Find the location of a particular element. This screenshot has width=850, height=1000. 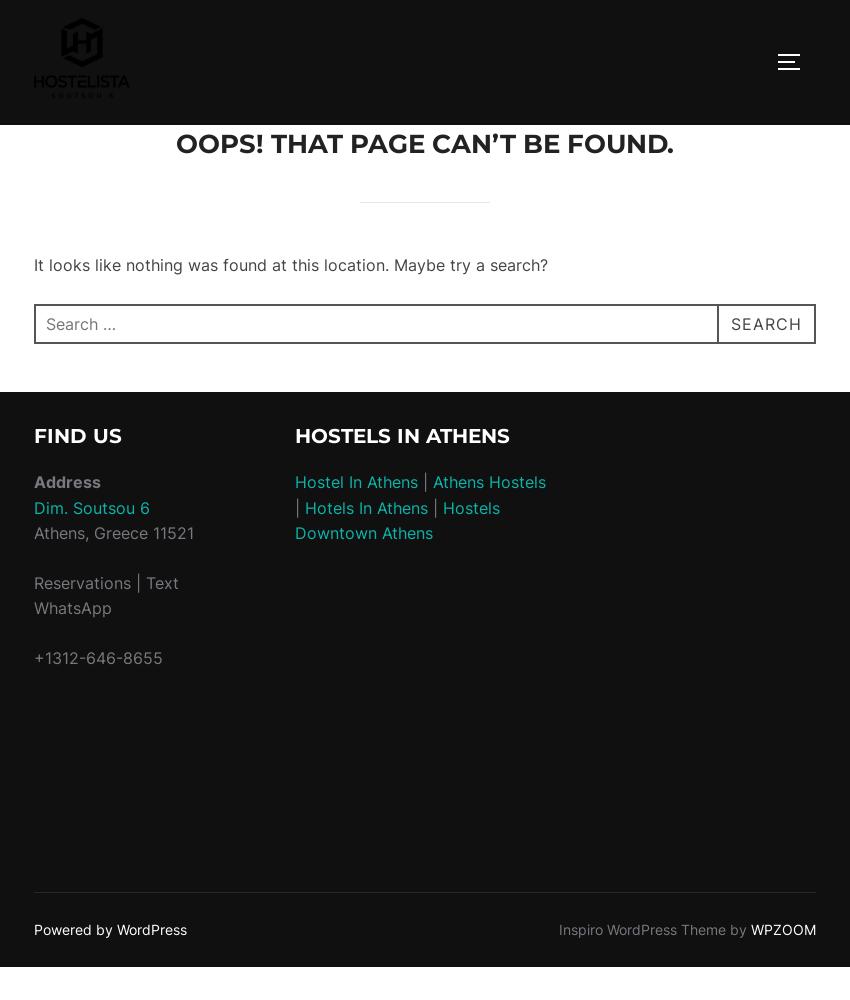

'Find Us' is located at coordinates (33, 435).